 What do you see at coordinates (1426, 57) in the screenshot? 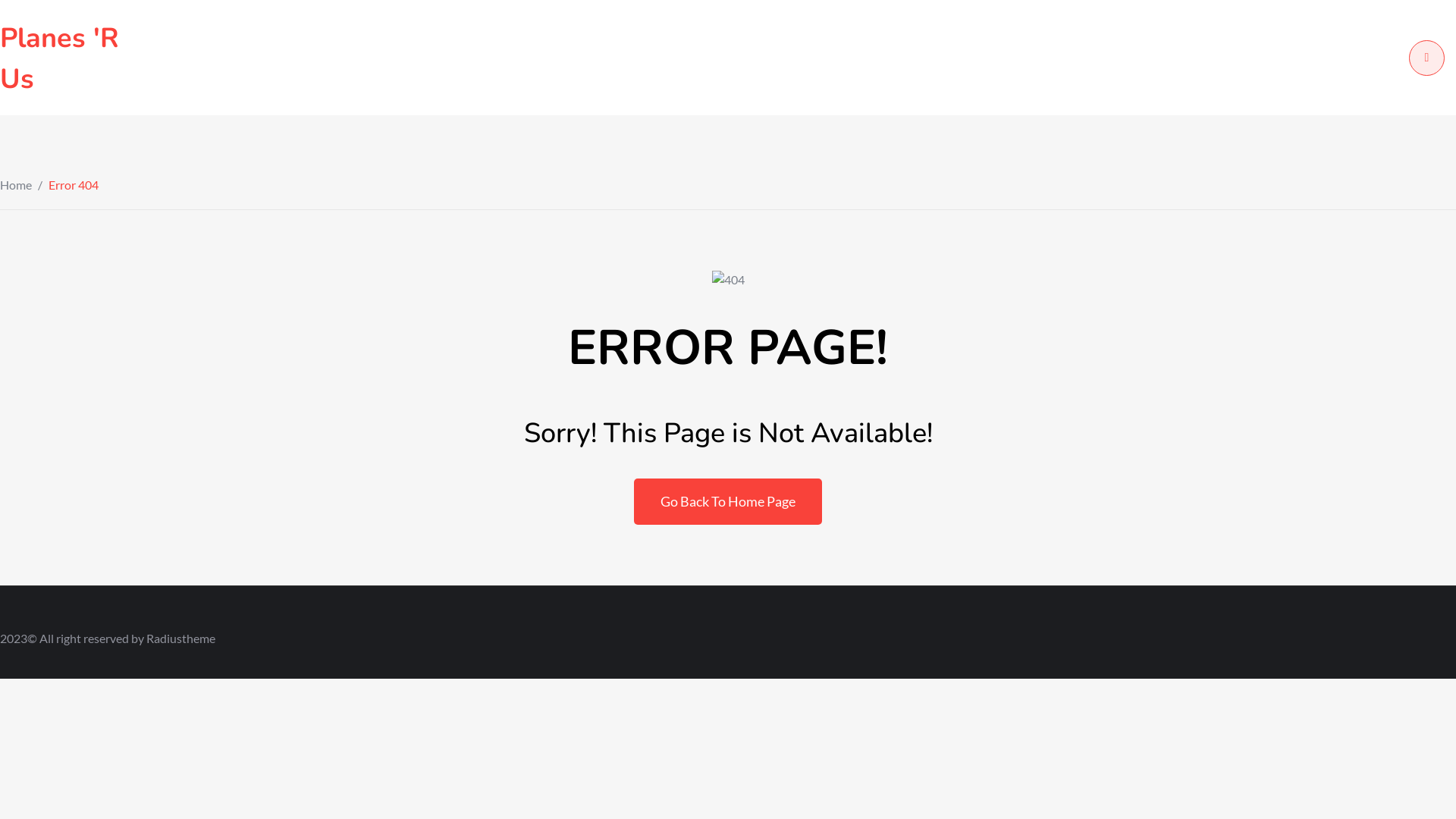
I see `'Login/Register'` at bounding box center [1426, 57].